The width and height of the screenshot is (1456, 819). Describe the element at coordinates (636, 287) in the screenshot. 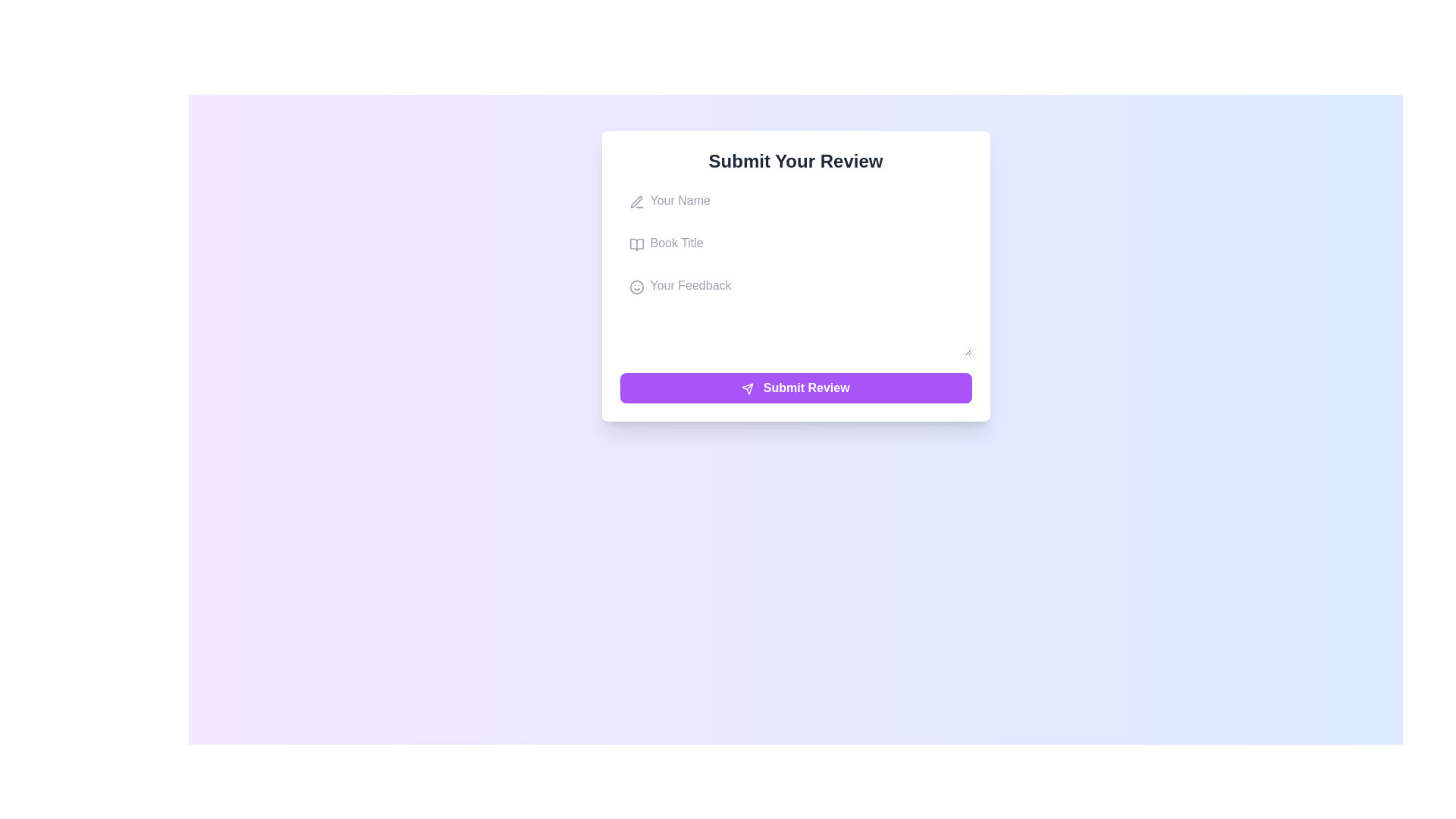

I see `the circular outer boundary of the smiley face icon located at the top-left corner of the feedback box, which is above the 'Your Feedback' input field` at that location.